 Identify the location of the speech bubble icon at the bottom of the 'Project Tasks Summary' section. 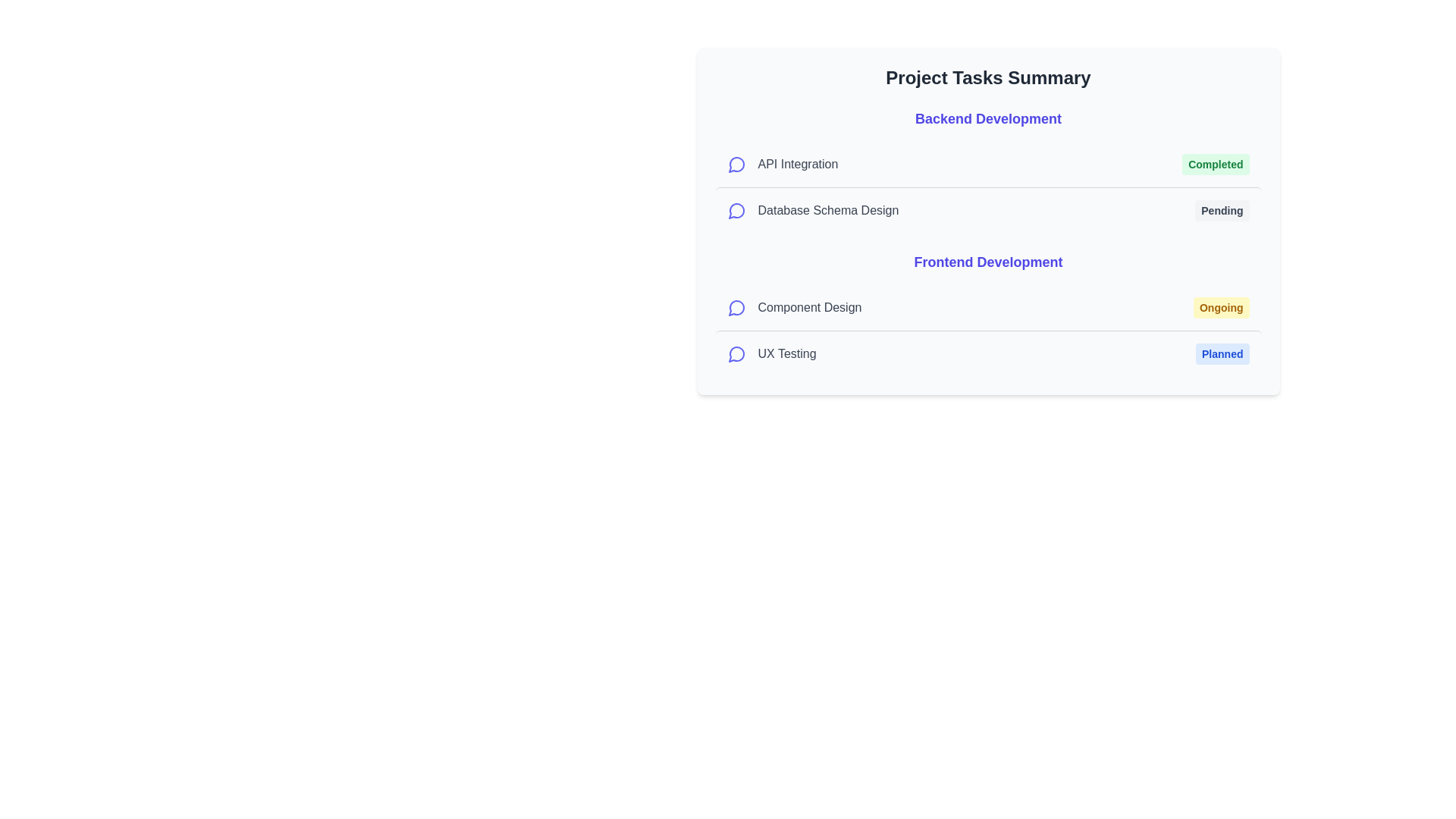
(736, 354).